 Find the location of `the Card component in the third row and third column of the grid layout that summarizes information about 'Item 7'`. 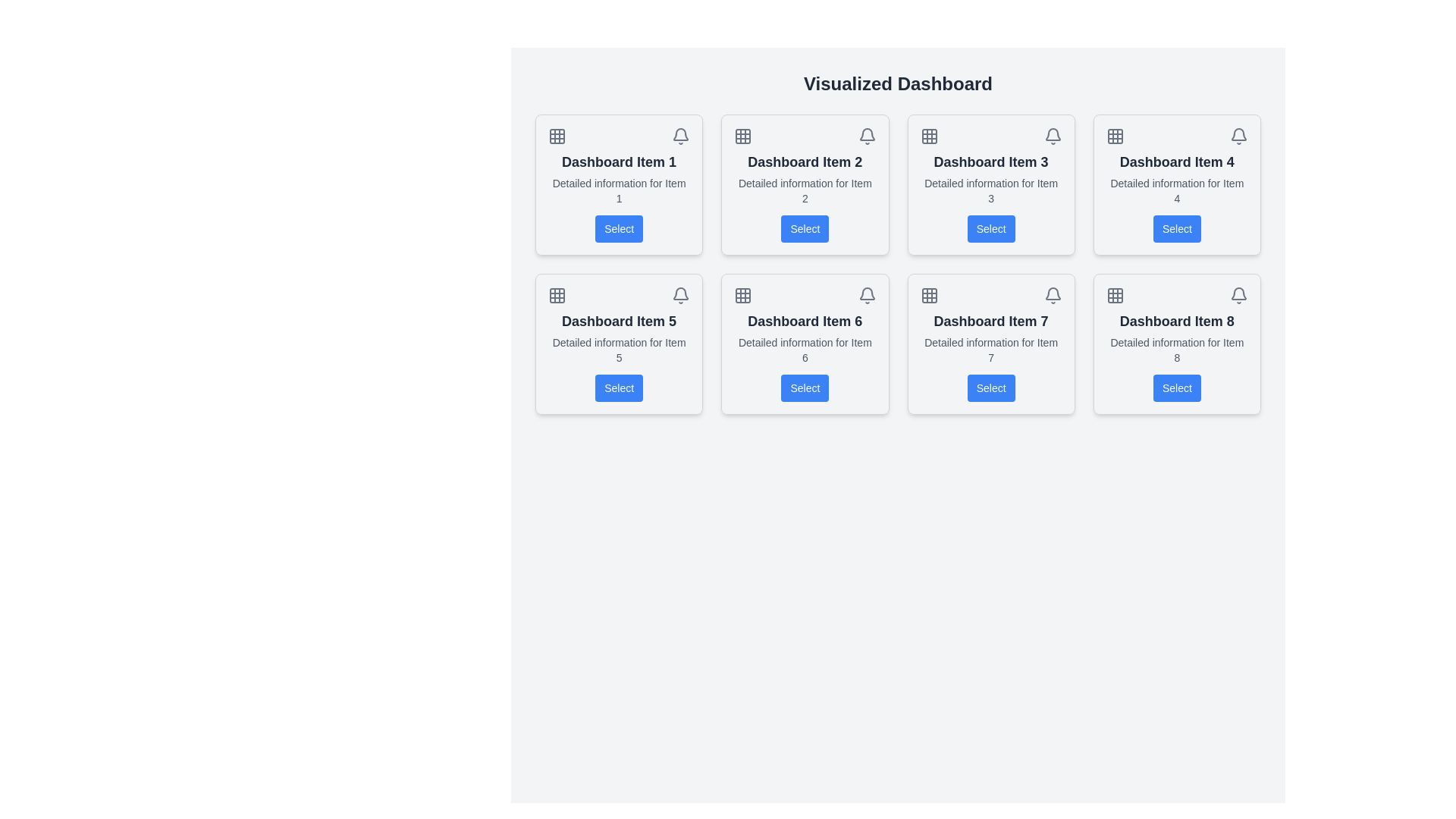

the Card component in the third row and third column of the grid layout that summarizes information about 'Item 7' is located at coordinates (991, 344).